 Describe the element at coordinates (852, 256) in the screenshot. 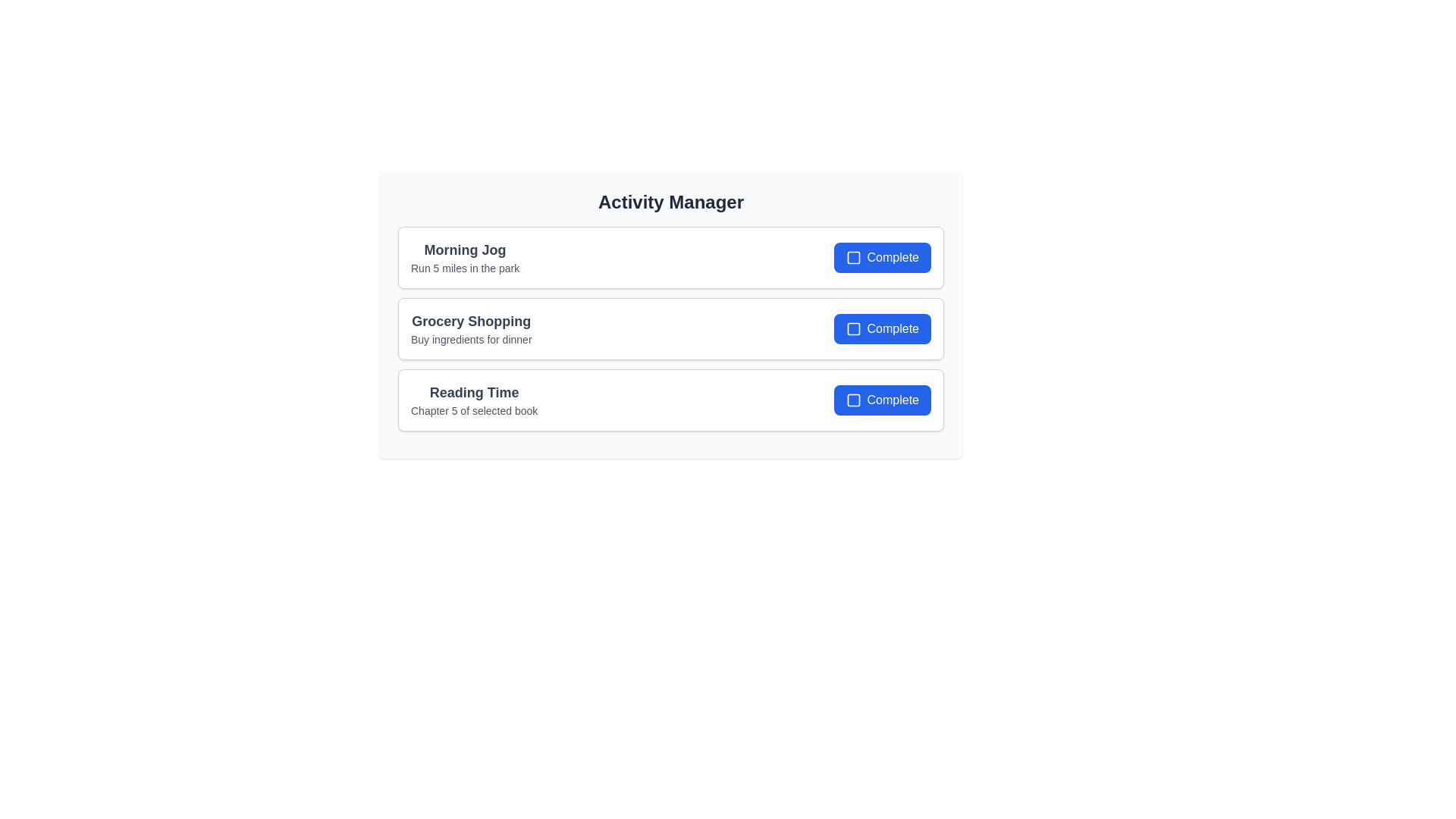

I see `the checkbox icon representing completion status located` at that location.